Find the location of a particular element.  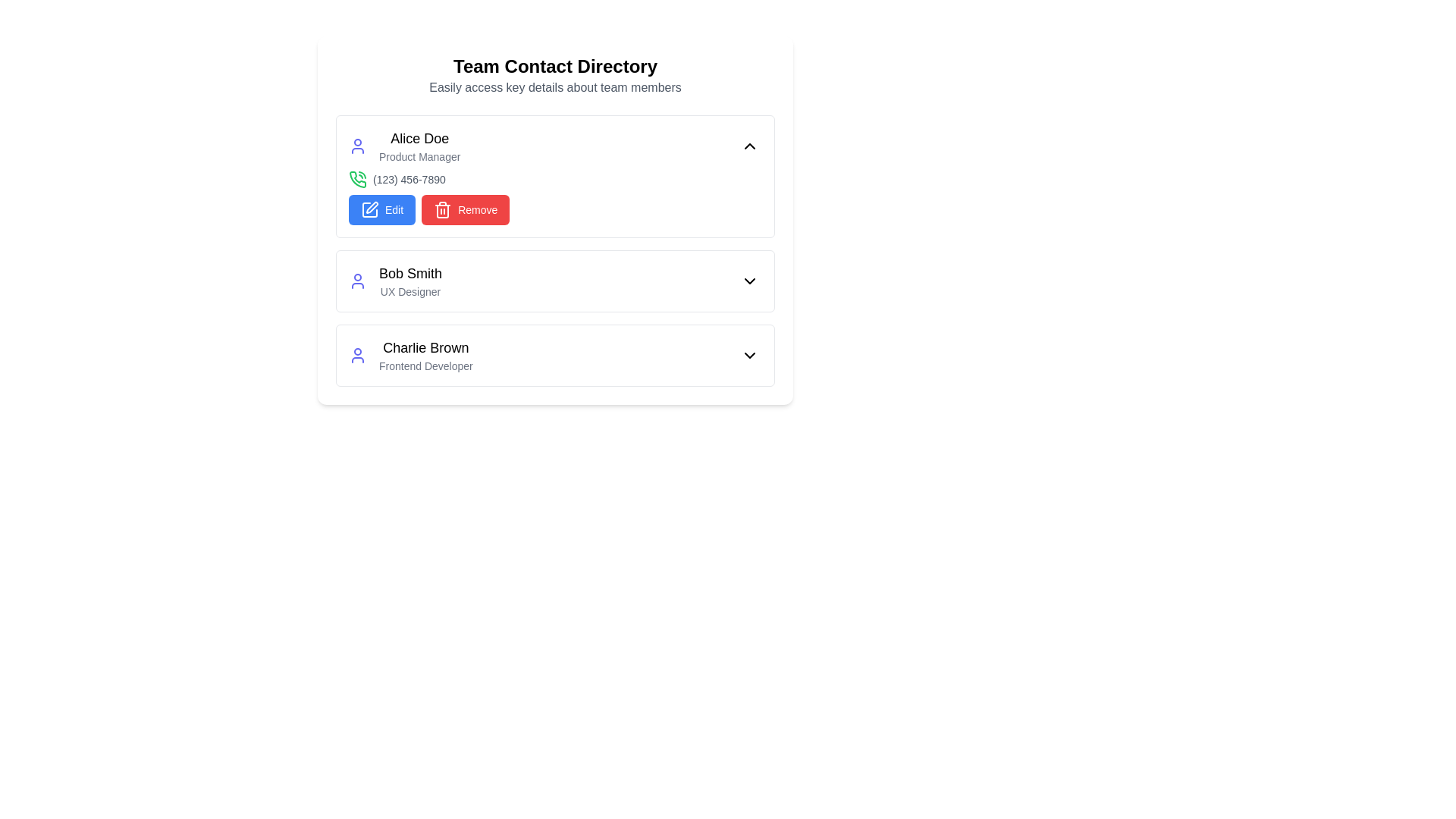

the edit icon located on the leftmost side of the 'Edit' button, which is positioned below the details of 'Alice Doe' in the interface panel is located at coordinates (370, 210).